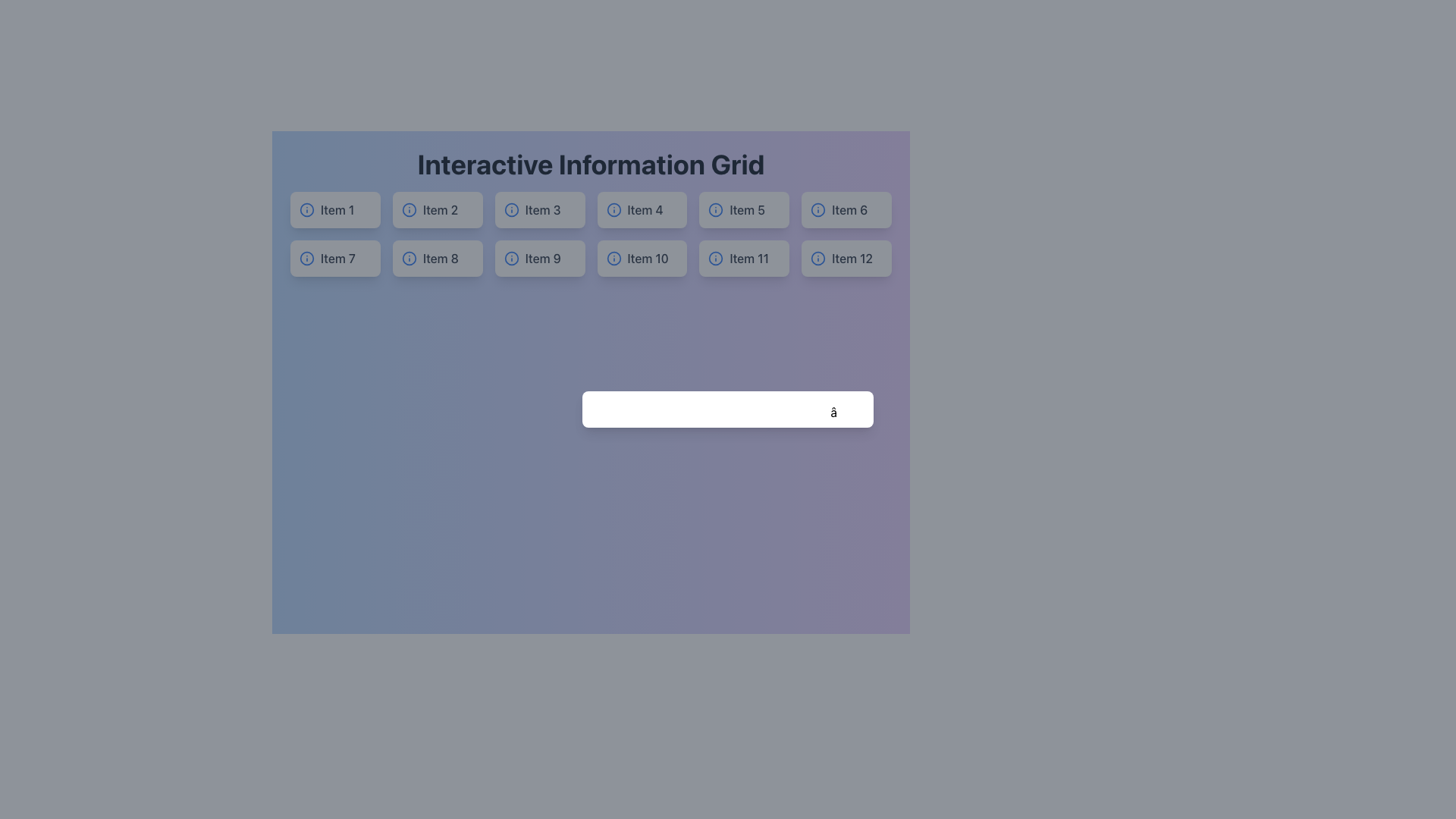 This screenshot has height=819, width=1456. Describe the element at coordinates (744, 257) in the screenshot. I see `the clickable button labeled 'Item 11' which is positioned in the second row, fifth column of the grid layout` at that location.